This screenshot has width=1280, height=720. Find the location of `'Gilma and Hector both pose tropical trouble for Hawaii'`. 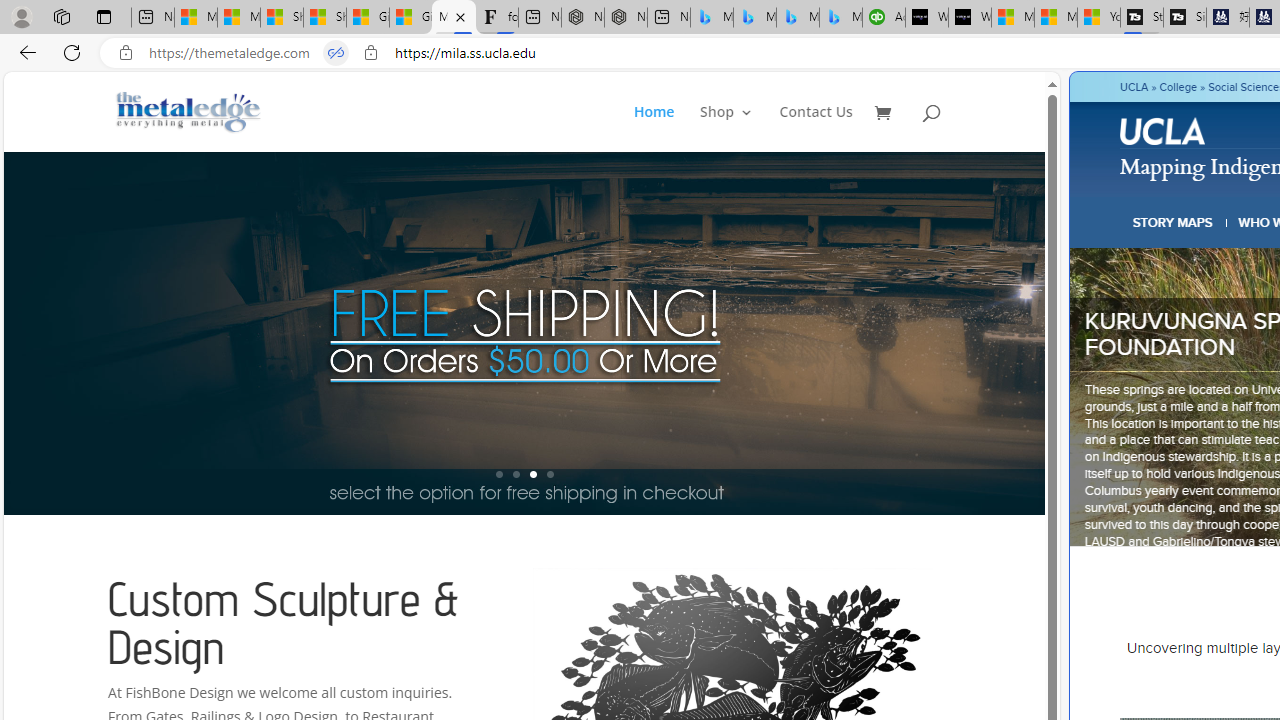

'Gilma and Hector both pose tropical trouble for Hawaii' is located at coordinates (410, 17).